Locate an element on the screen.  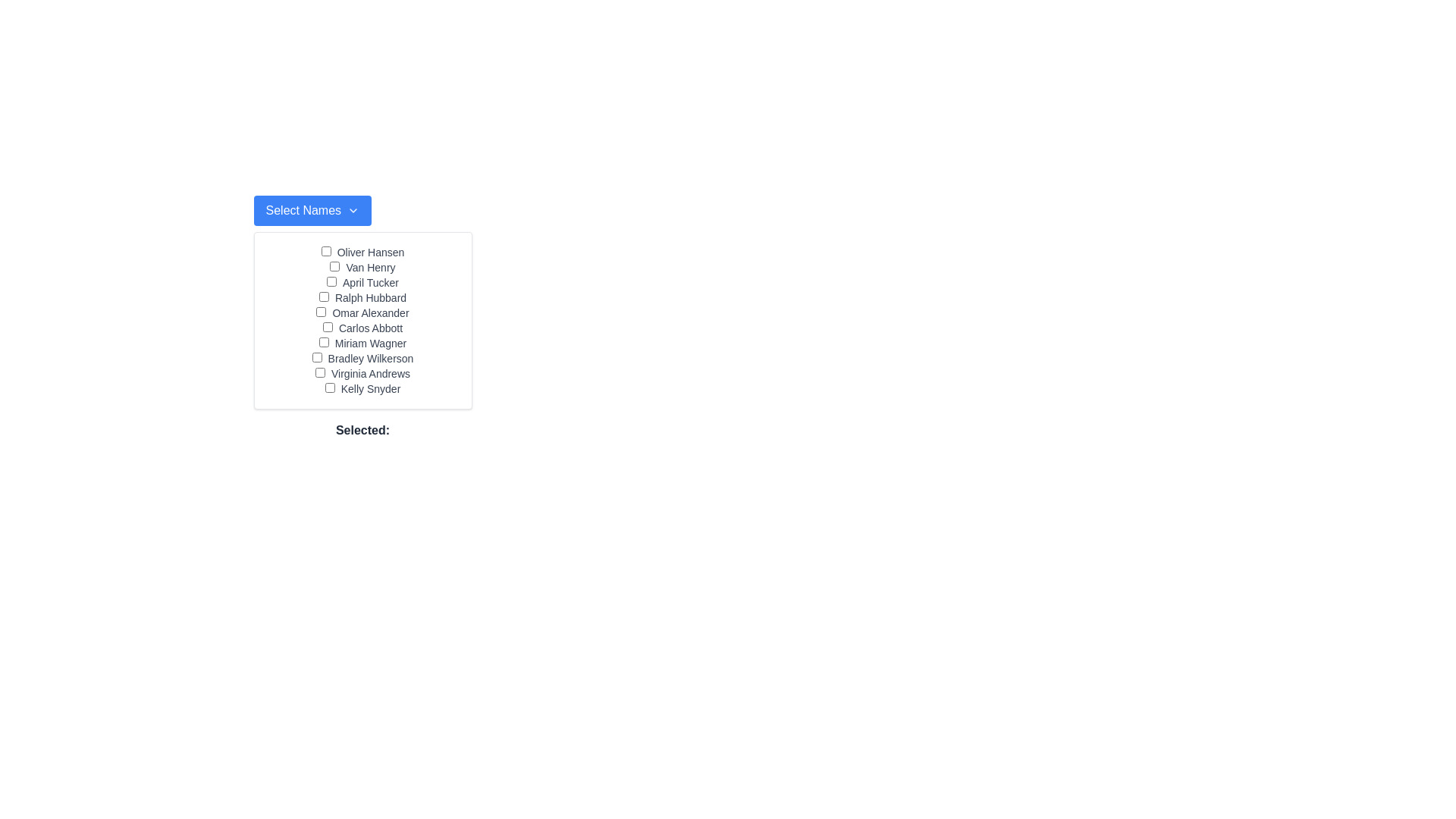
the checkbox for 'Bradley Wilkerson' is located at coordinates (315, 357).